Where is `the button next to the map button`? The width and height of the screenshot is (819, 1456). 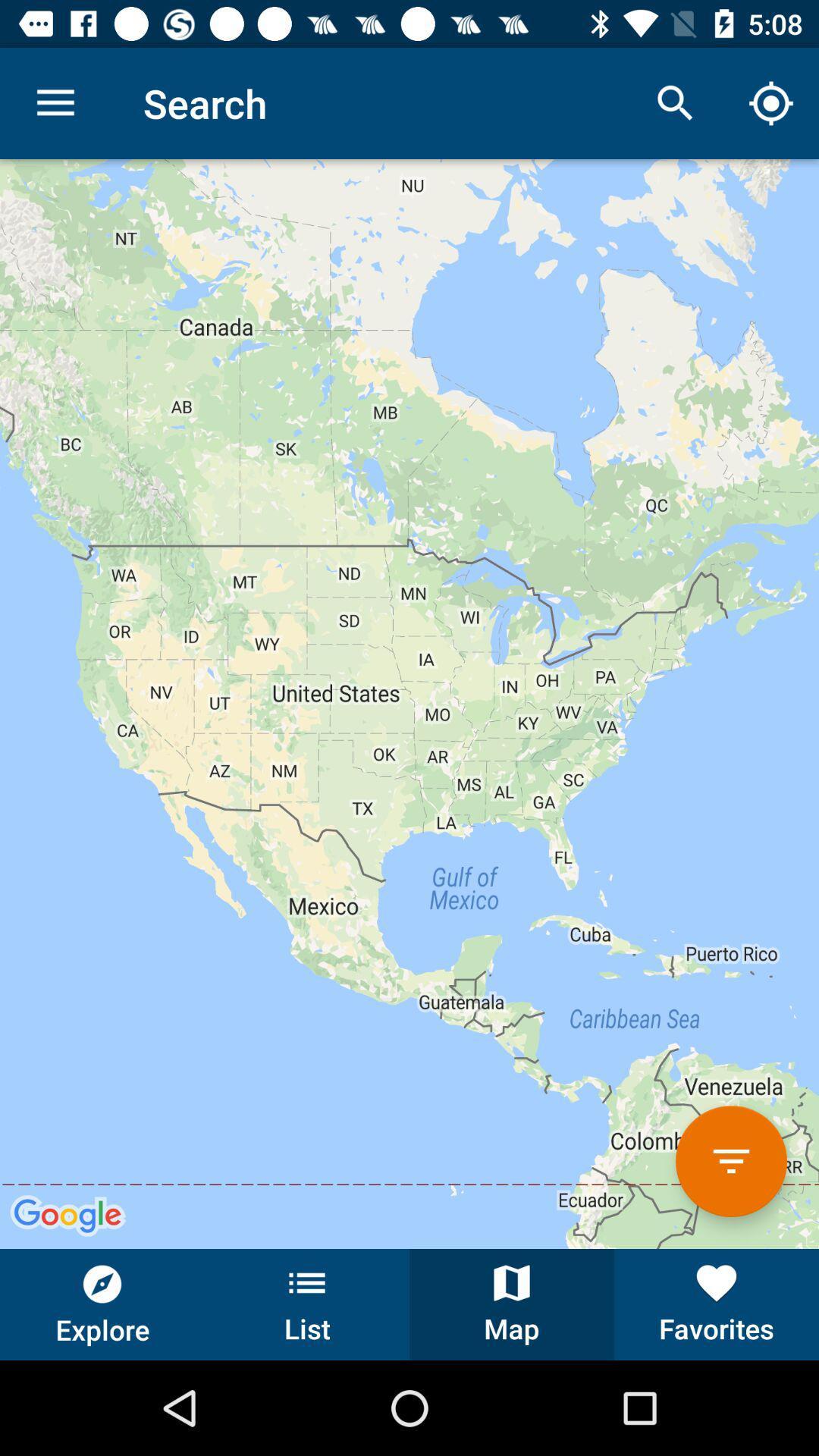 the button next to the map button is located at coordinates (307, 1304).